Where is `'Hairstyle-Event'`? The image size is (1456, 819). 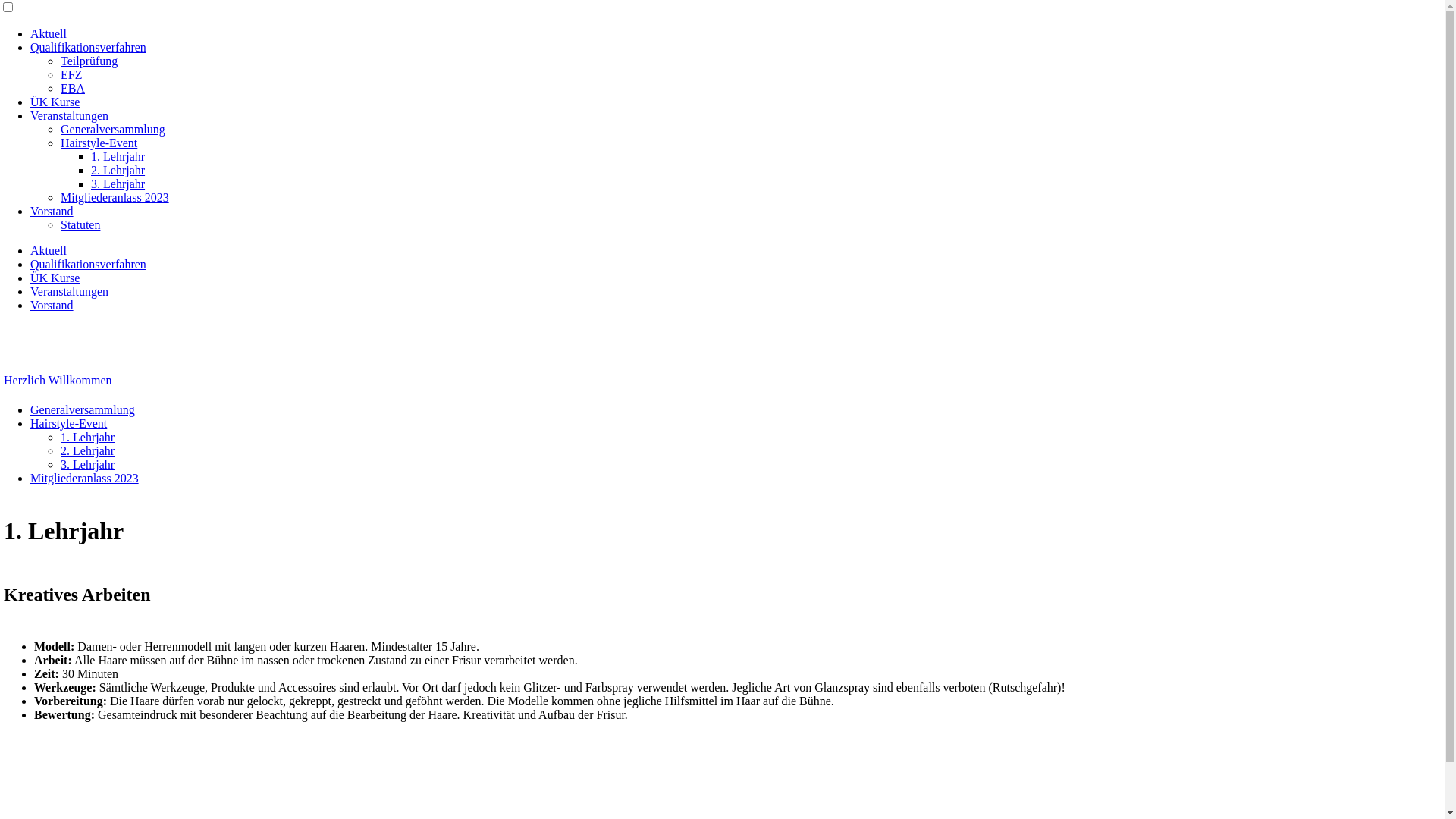
'Hairstyle-Event' is located at coordinates (67, 423).